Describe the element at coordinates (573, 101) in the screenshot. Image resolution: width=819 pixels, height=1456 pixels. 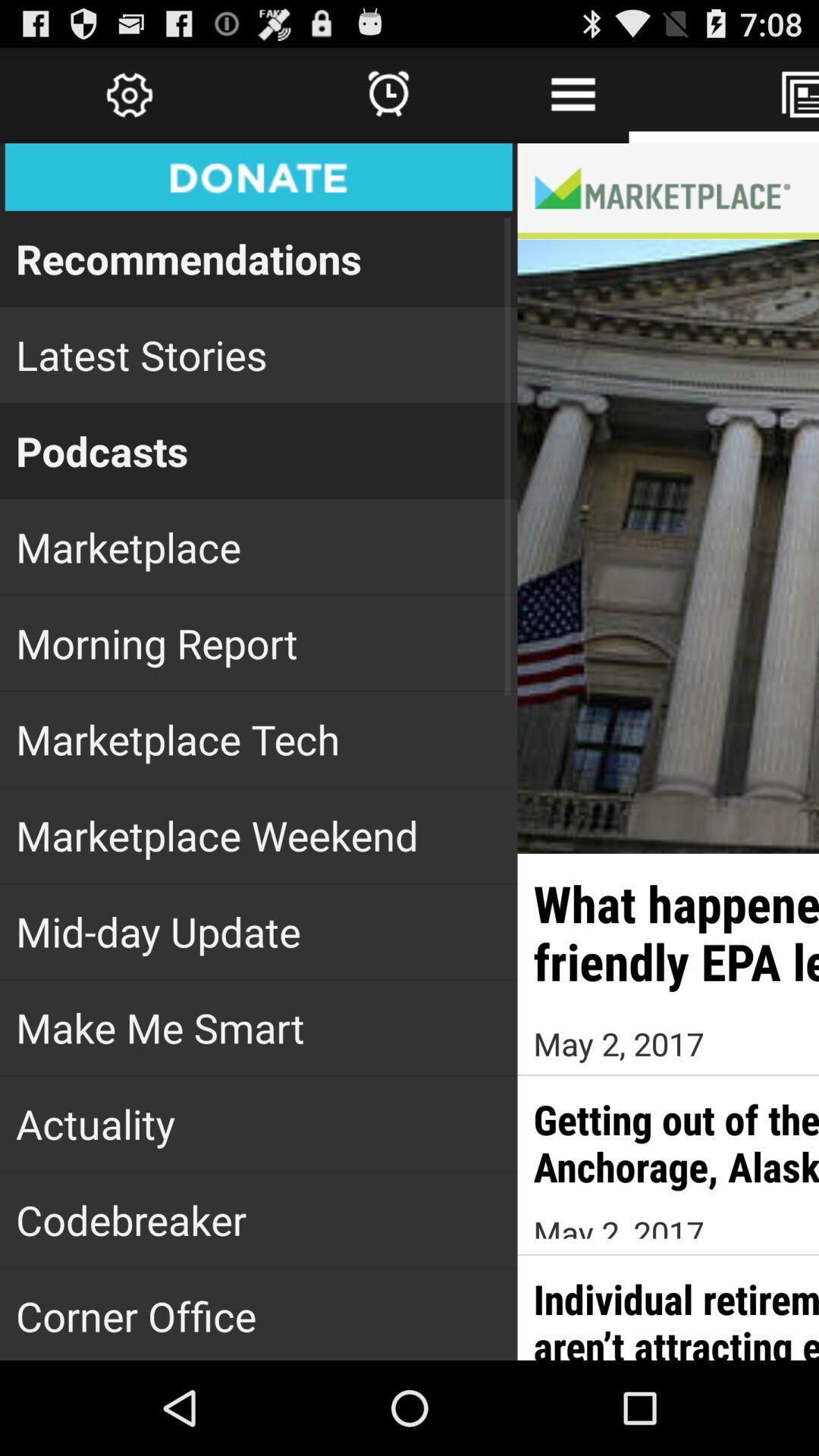
I see `the menu icon` at that location.